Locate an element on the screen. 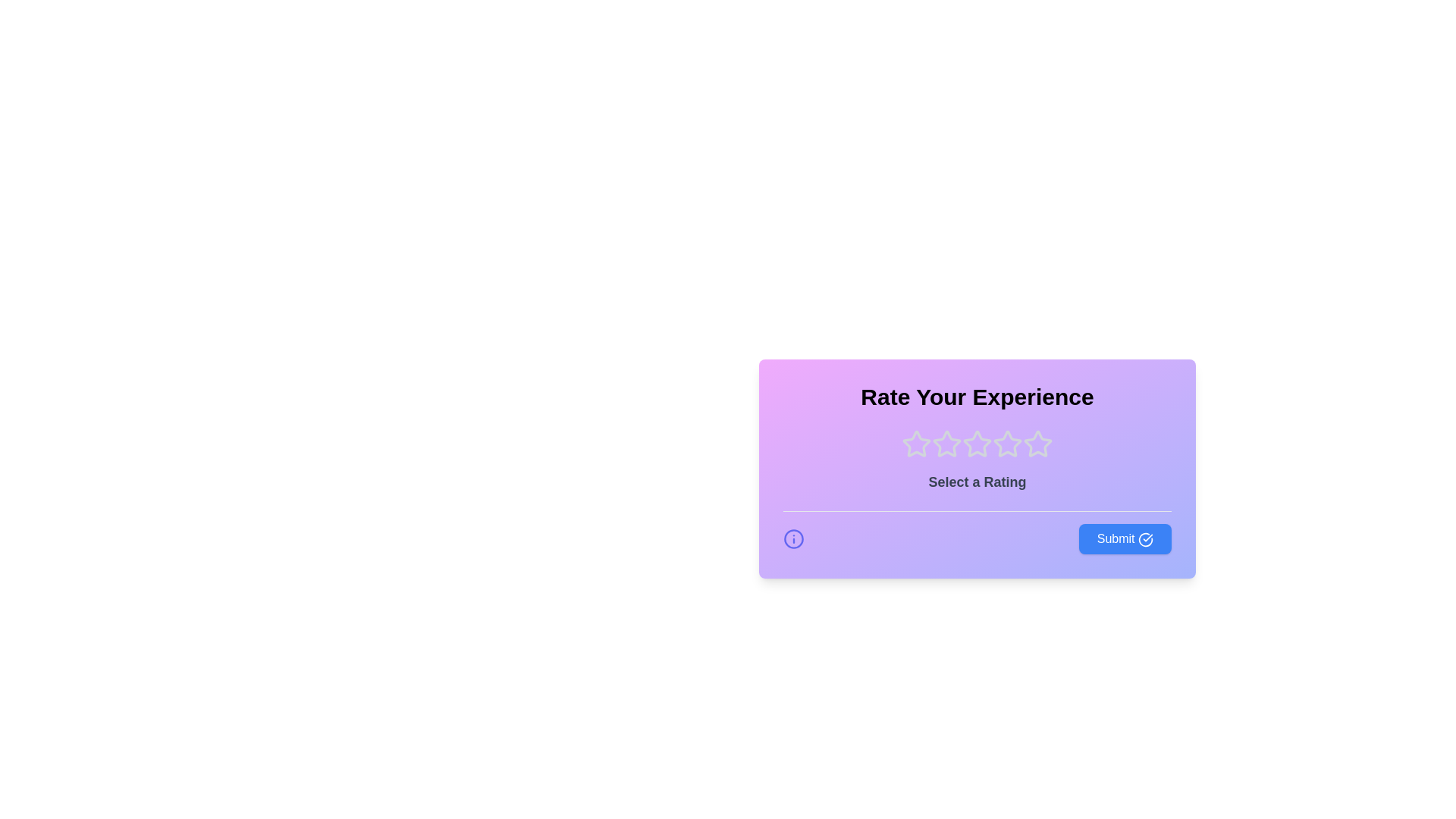 The image size is (1456, 819). the star corresponding to 5 rating is located at coordinates (1037, 444).